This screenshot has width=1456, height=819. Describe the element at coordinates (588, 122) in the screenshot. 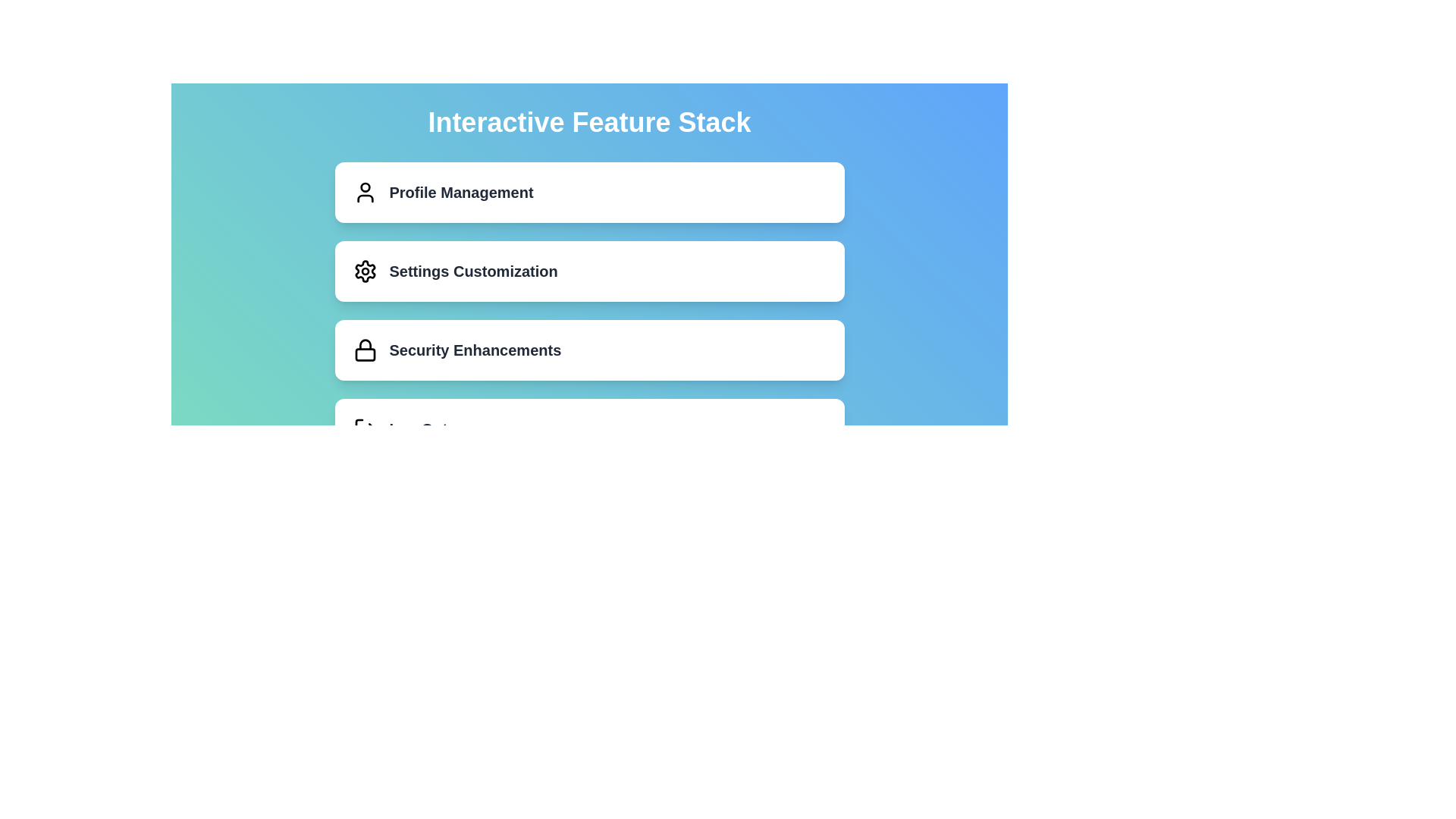

I see `text content of the bold, large white text label displaying 'Interactive Feature Stack', which is prominently positioned above the options list` at that location.